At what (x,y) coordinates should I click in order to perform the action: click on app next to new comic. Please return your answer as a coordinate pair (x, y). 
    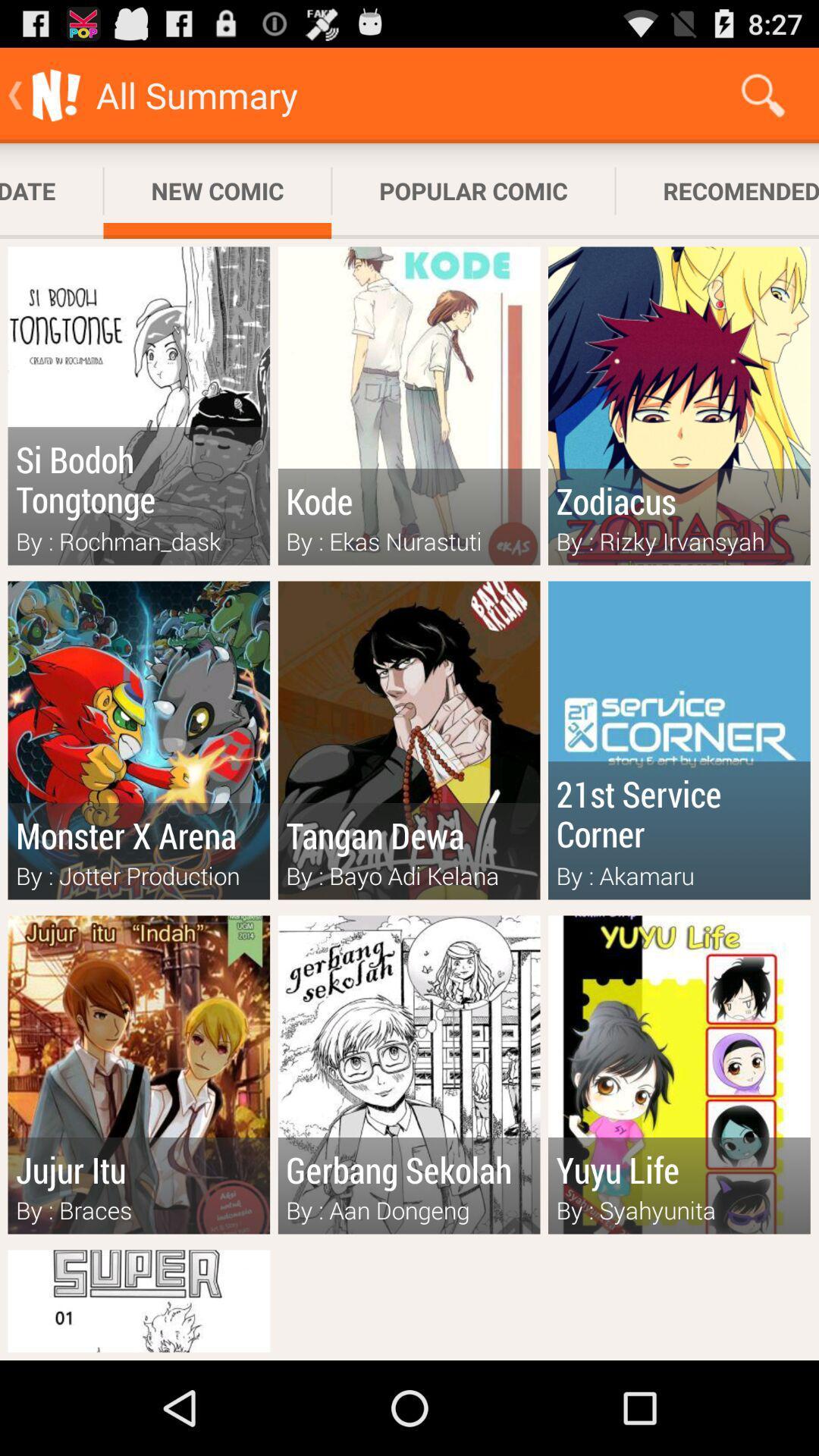
    Looking at the image, I should click on (472, 190).